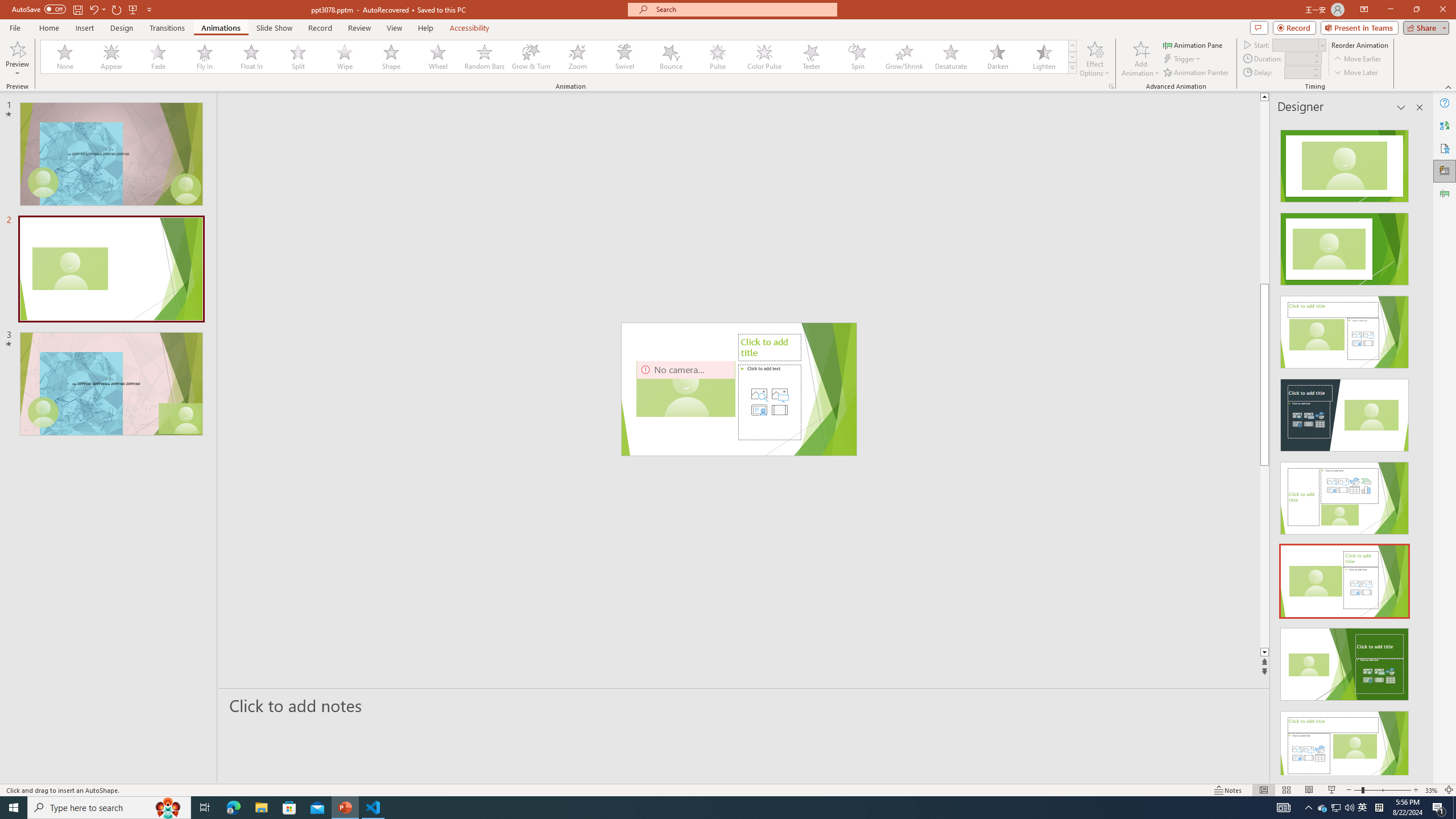 The width and height of the screenshot is (1456, 819). What do you see at coordinates (1296, 72) in the screenshot?
I see `'Animation Delay'` at bounding box center [1296, 72].